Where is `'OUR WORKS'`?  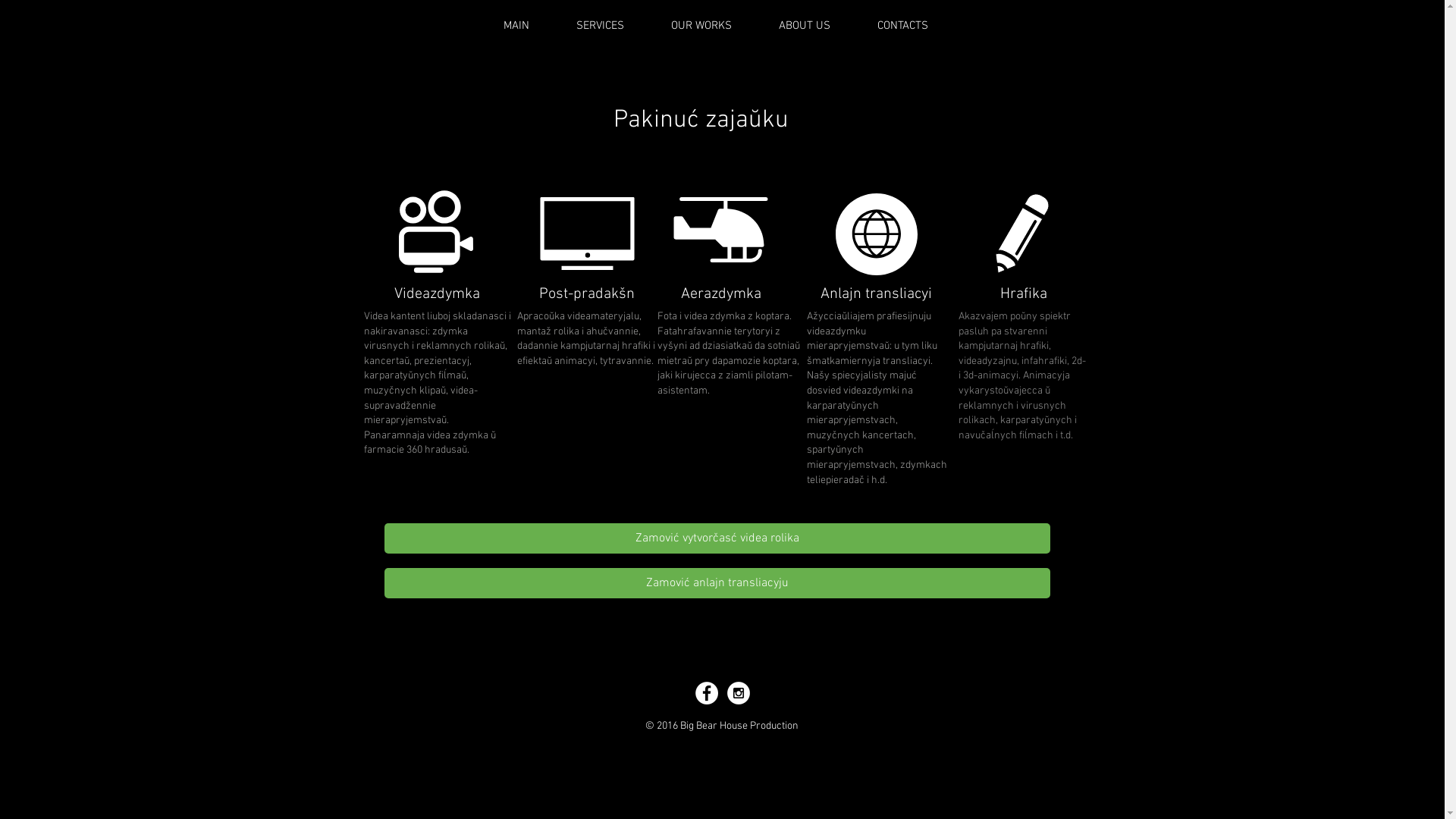 'OUR WORKS' is located at coordinates (701, 26).